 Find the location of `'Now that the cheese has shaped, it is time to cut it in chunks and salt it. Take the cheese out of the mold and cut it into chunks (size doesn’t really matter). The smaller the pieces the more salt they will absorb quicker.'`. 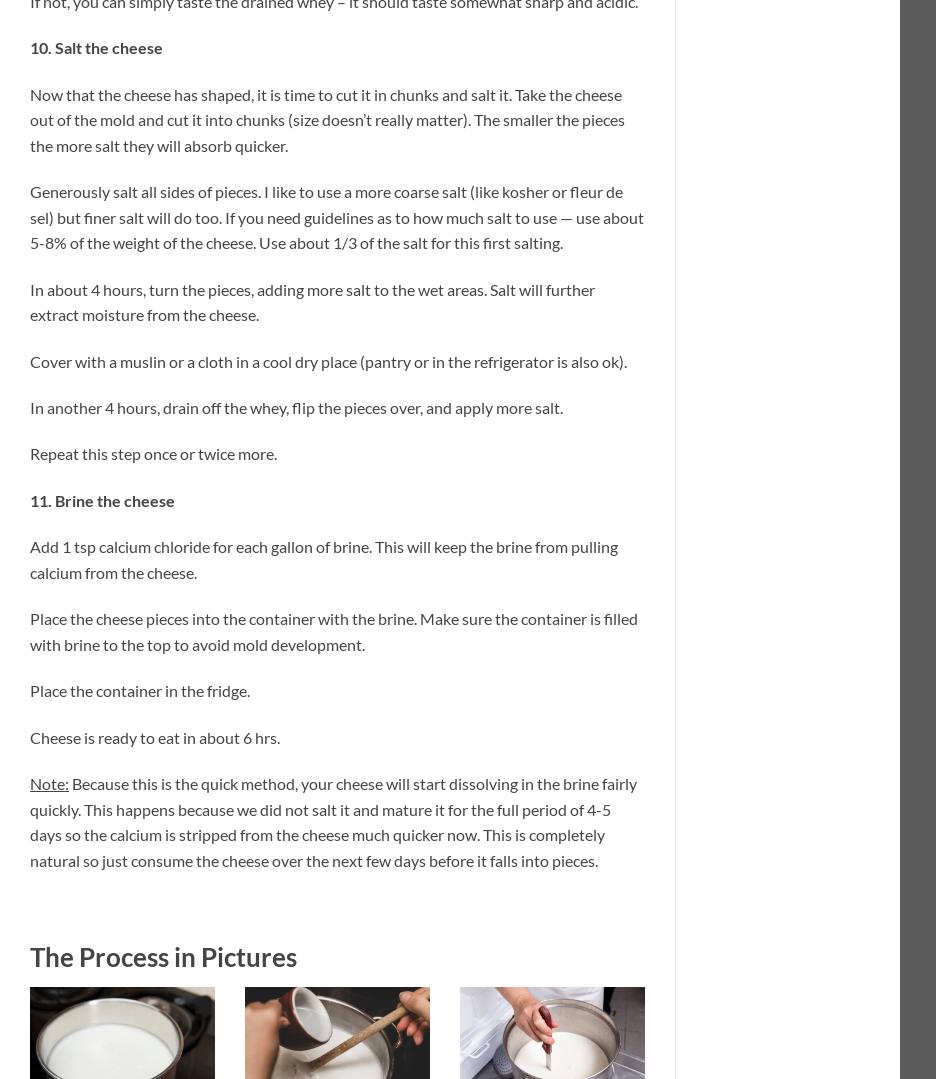

'Now that the cheese has shaped, it is time to cut it in chunks and salt it. Take the cheese out of the mold and cut it into chunks (size doesn’t really matter). The smaller the pieces the more salt they will absorb quicker.' is located at coordinates (326, 119).